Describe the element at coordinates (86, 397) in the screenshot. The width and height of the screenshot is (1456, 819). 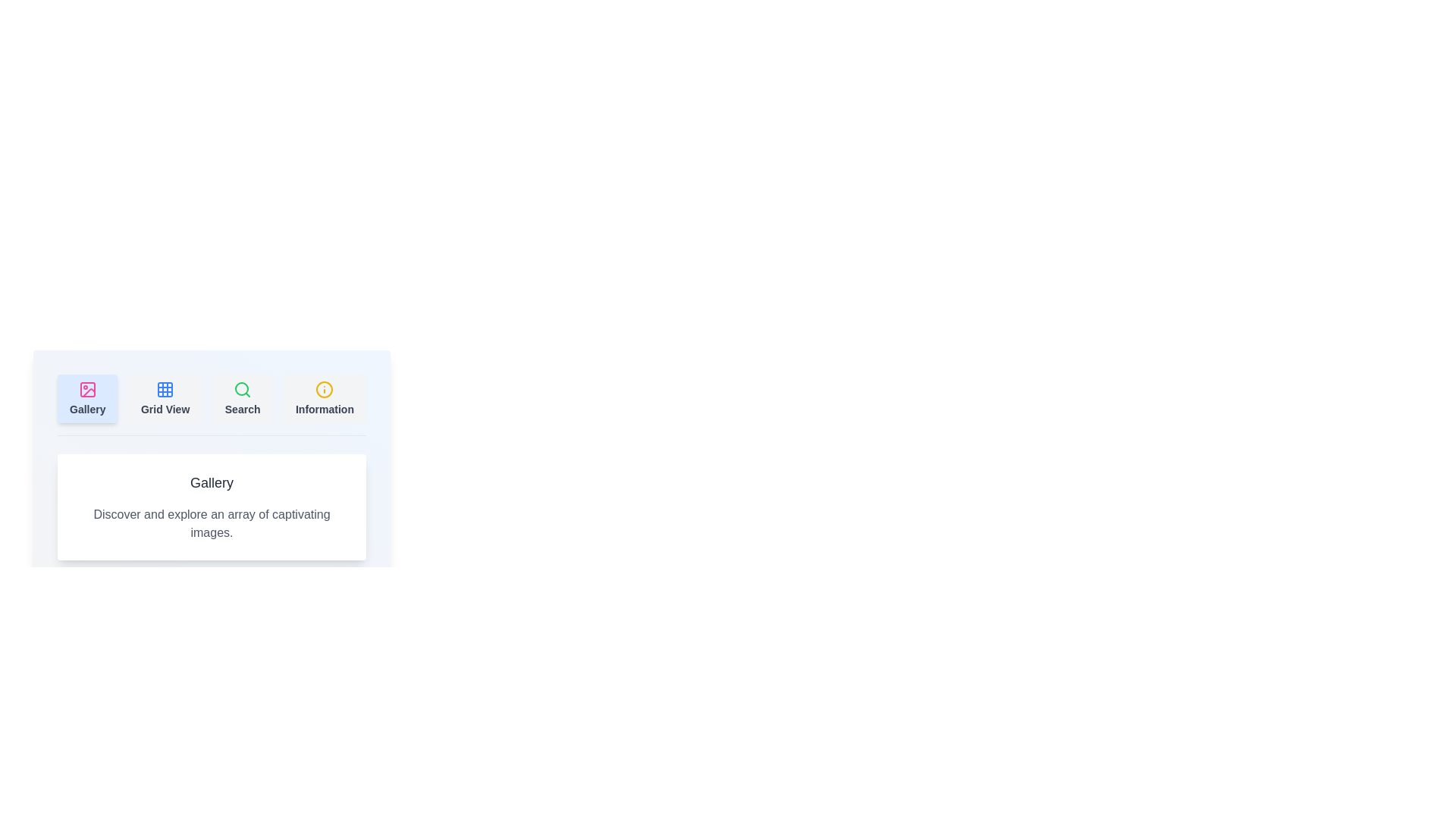
I see `the tab button labeled 'Gallery' to observe the hover effect` at that location.